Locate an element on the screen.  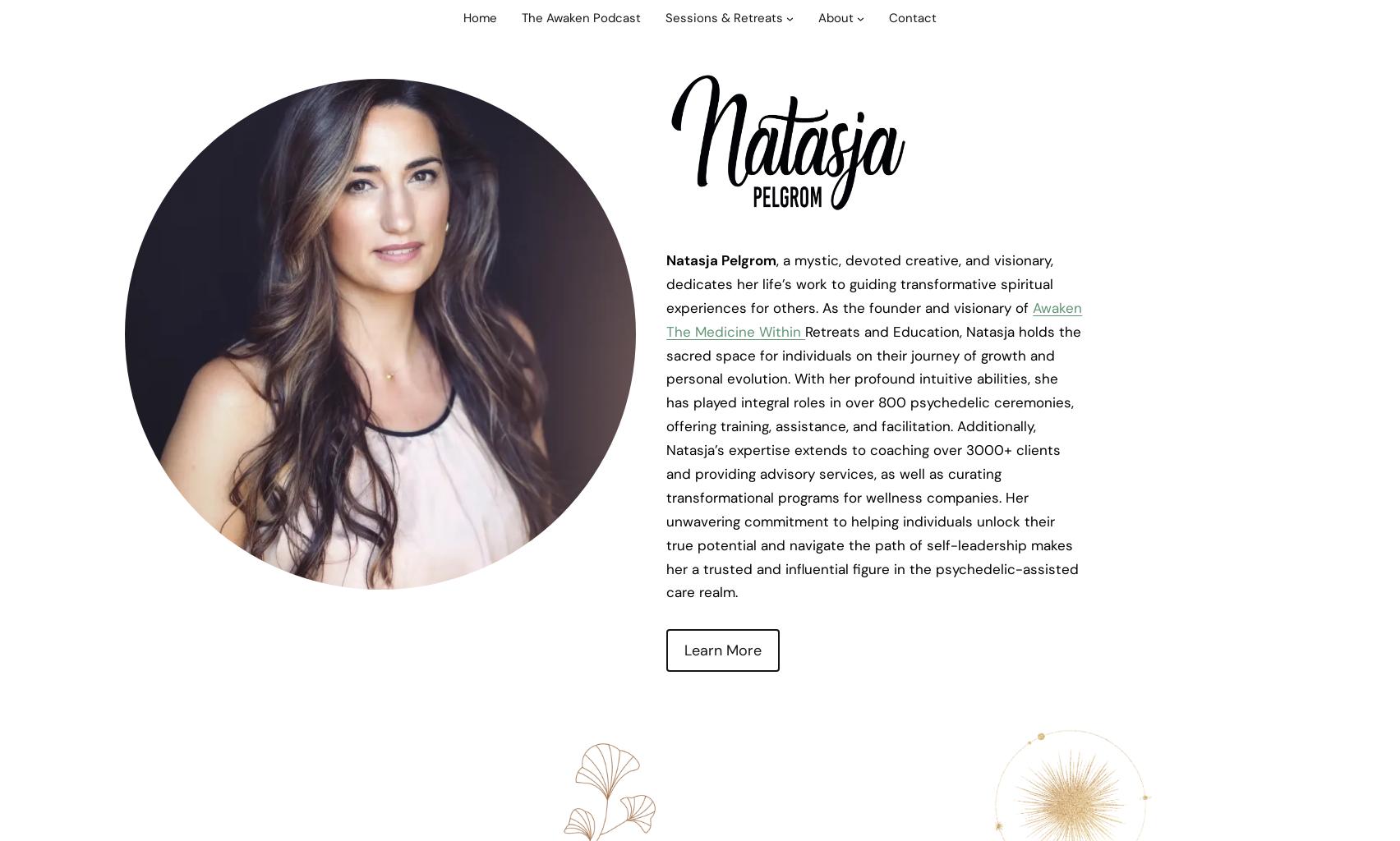
'Learn More' is located at coordinates (722, 650).